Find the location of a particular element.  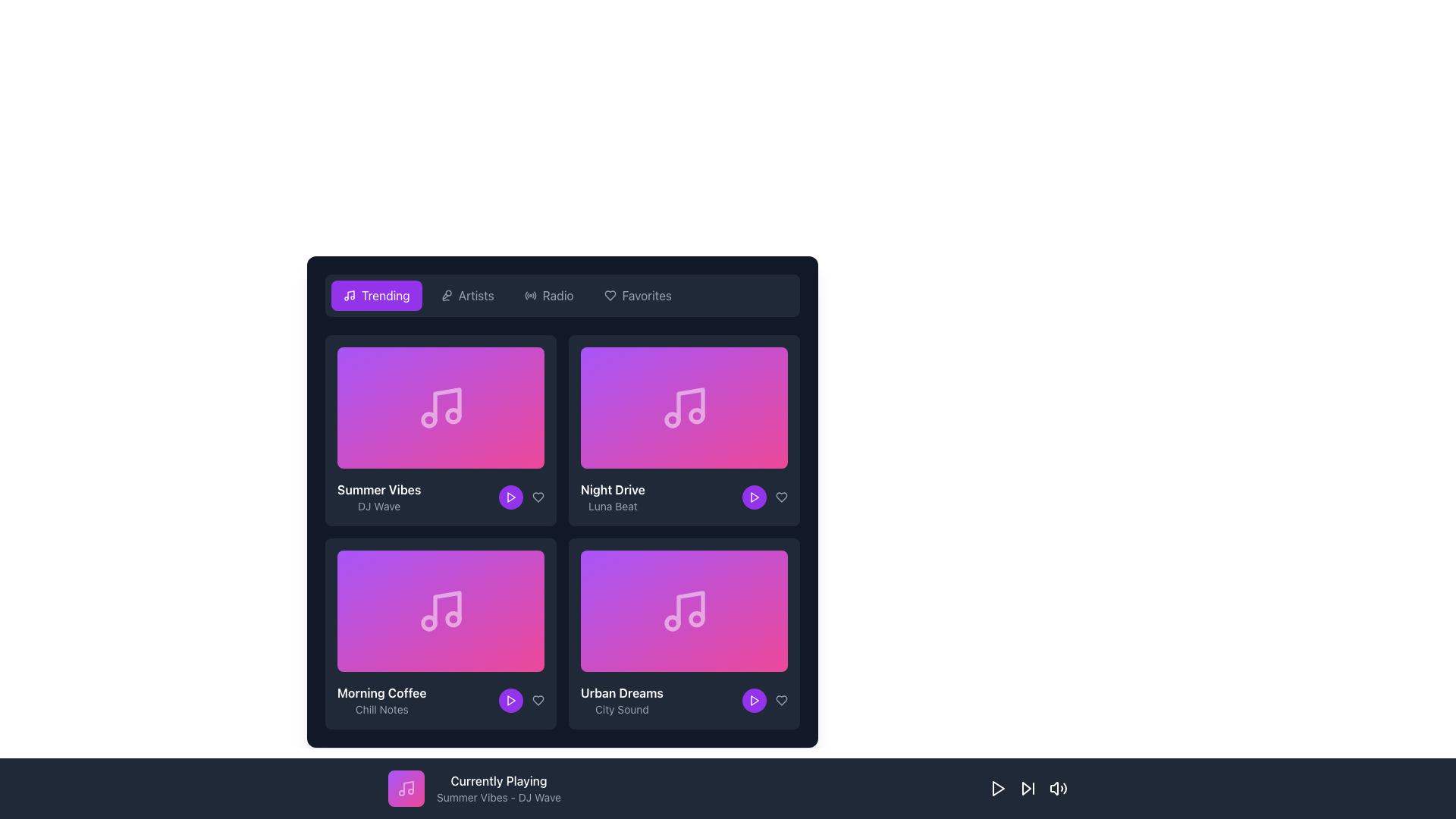

the text element that reads 'Night Drive' in bold white font and 'Luna Beat' in smaller light-gray font, located in the second item of the top row of the grid layout is located at coordinates (613, 497).